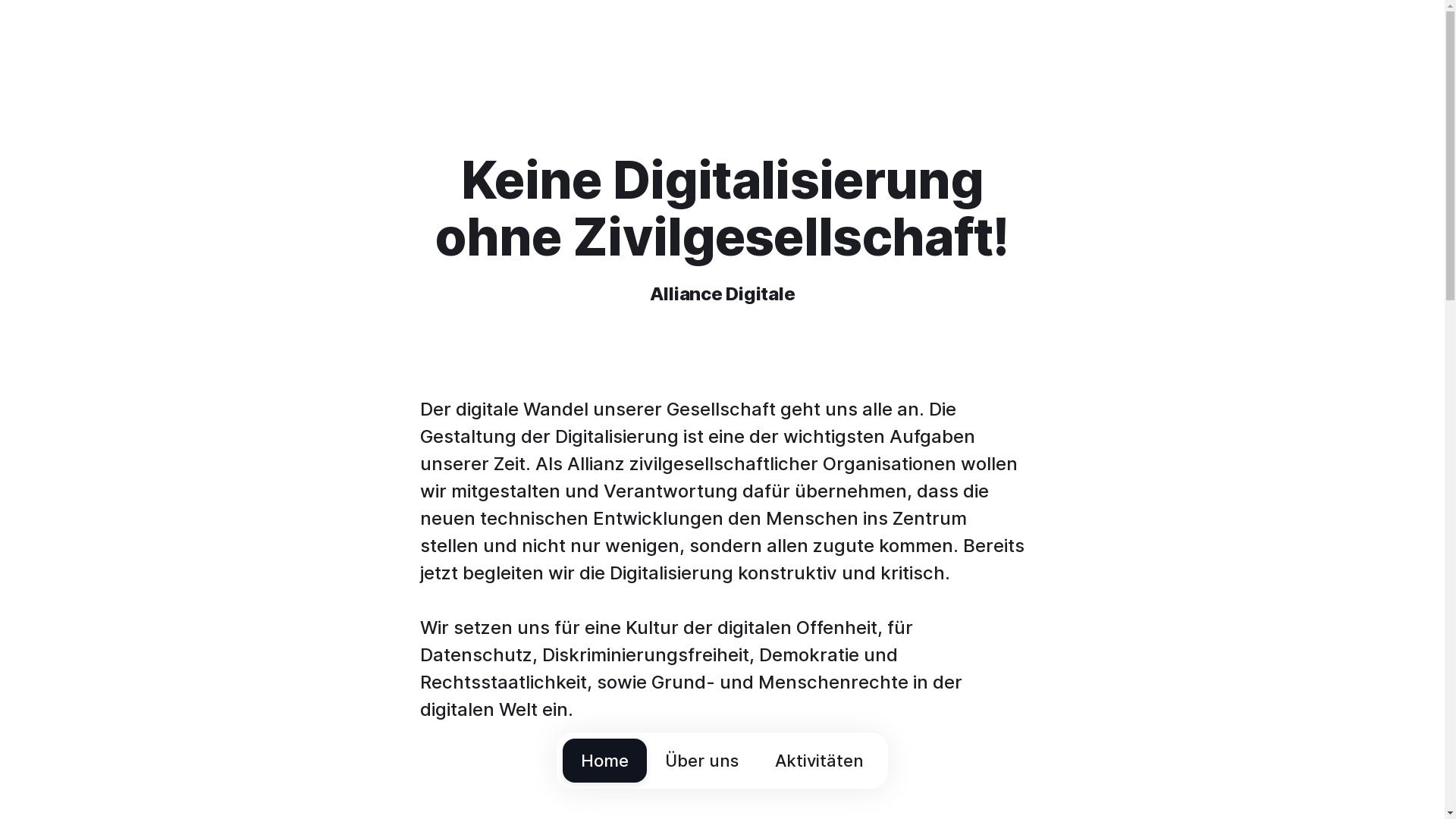 This screenshot has width=1456, height=819. Describe the element at coordinates (604, 760) in the screenshot. I see `'Home'` at that location.